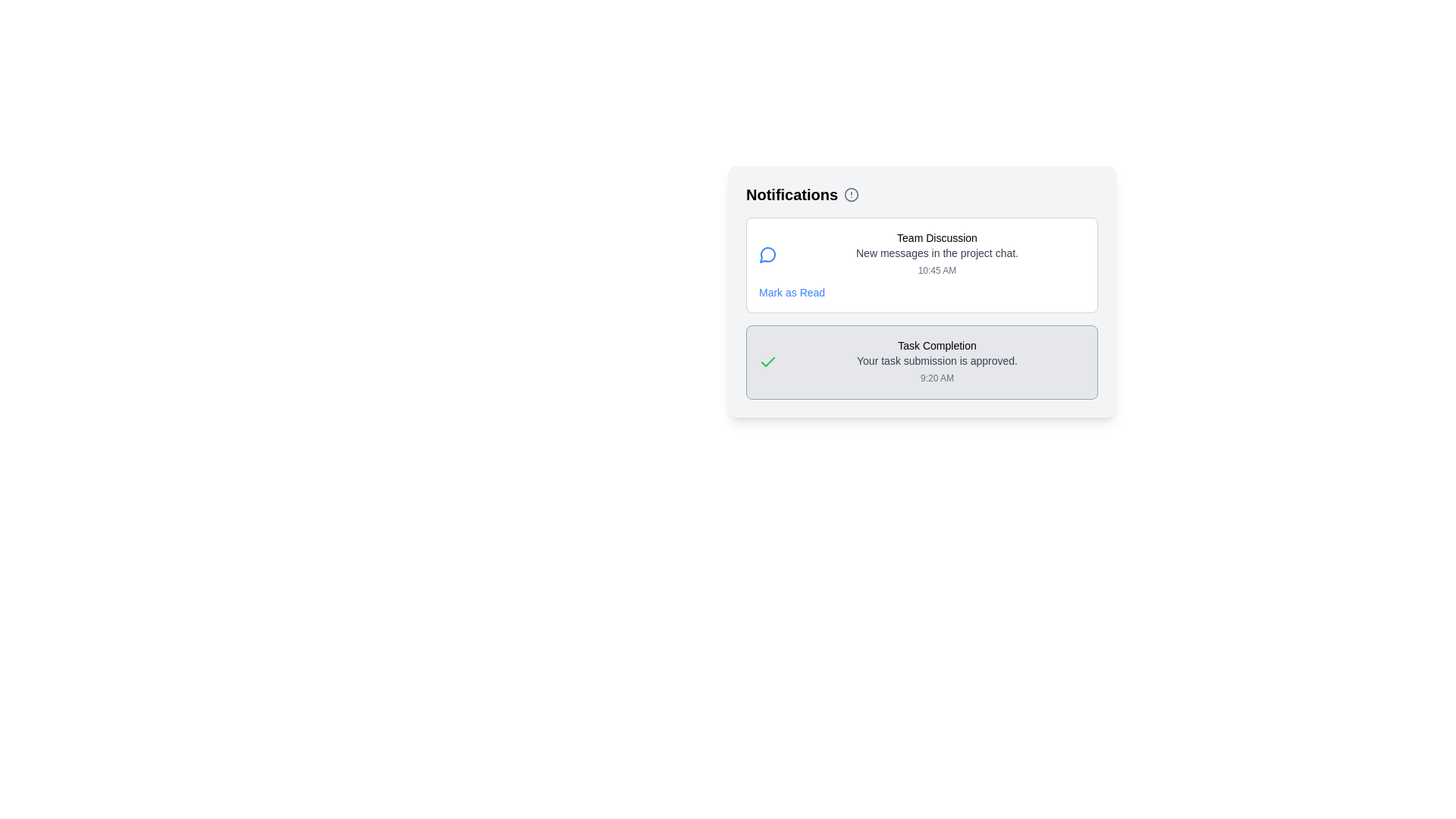 The height and width of the screenshot is (819, 1456). Describe the element at coordinates (791, 292) in the screenshot. I see `the interactive link that marks the notification as read, located in the bottom-right corner of the notification card for 'Team Discussion', just below the timestamp '10:45 AM'` at that location.